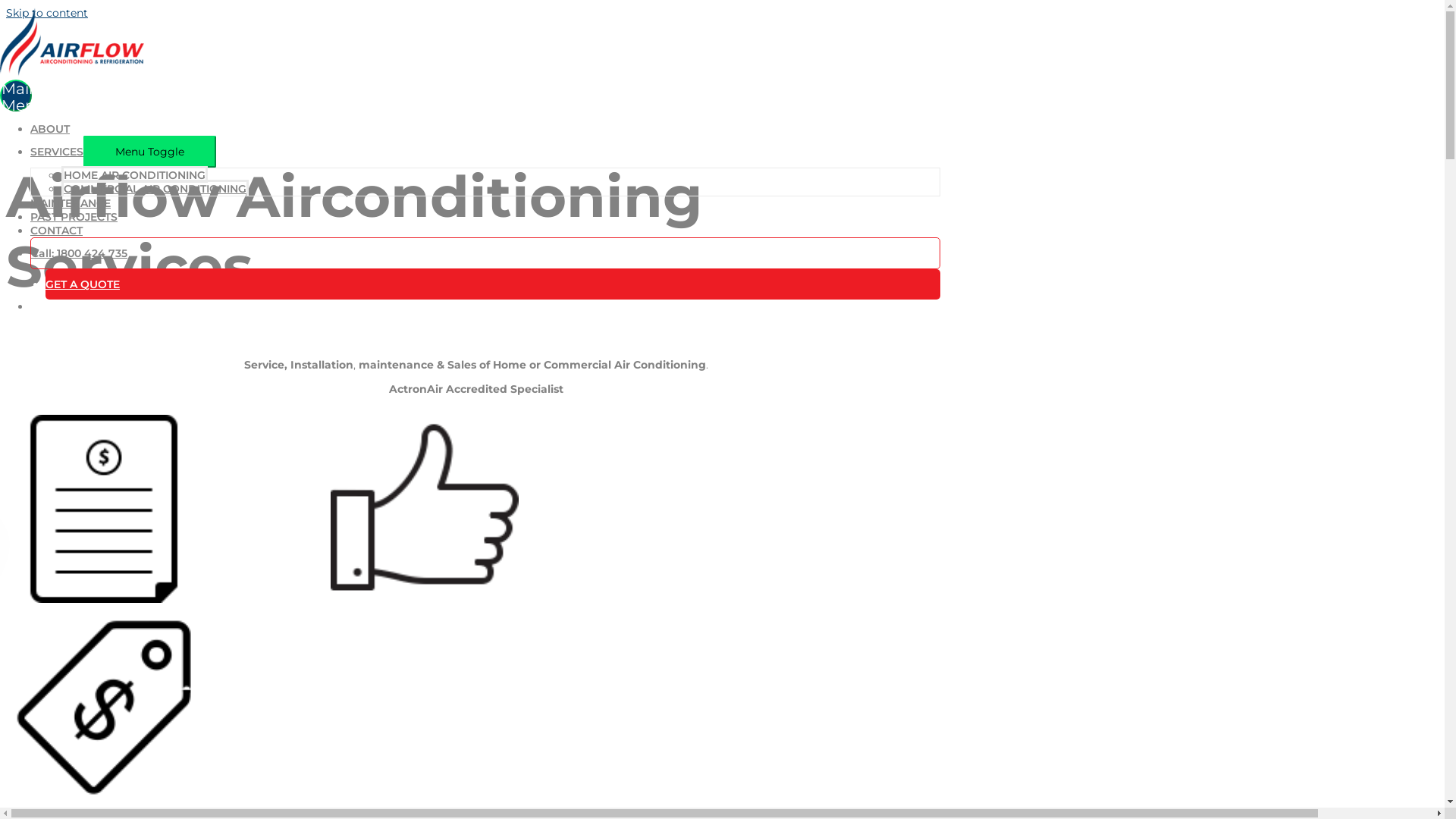 This screenshot has height=819, width=1456. Describe the element at coordinates (134, 174) in the screenshot. I see `'HOME AIR CONDITIONING'` at that location.